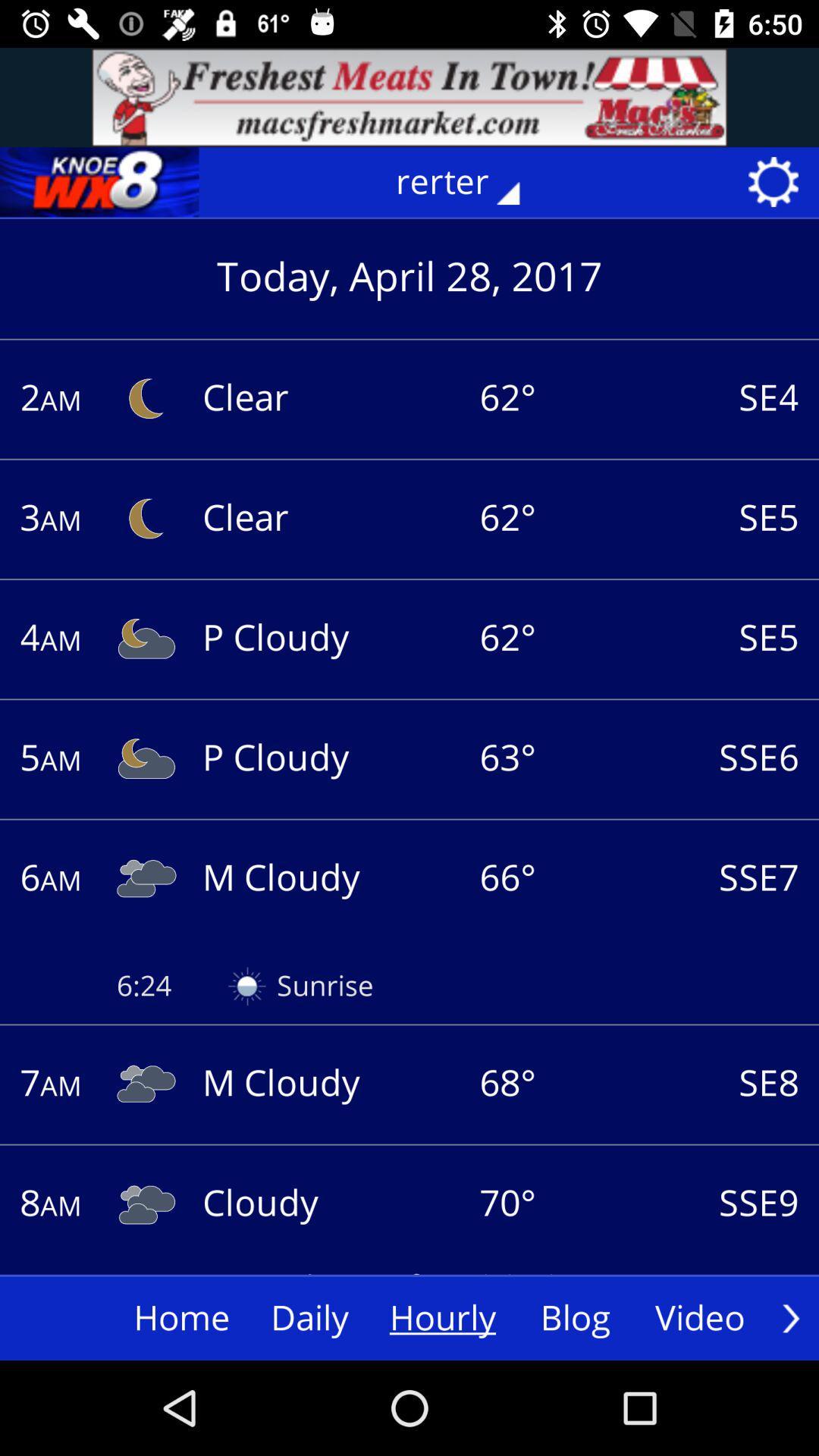 The width and height of the screenshot is (819, 1456). What do you see at coordinates (99, 182) in the screenshot?
I see `item to the left of the rerter icon` at bounding box center [99, 182].